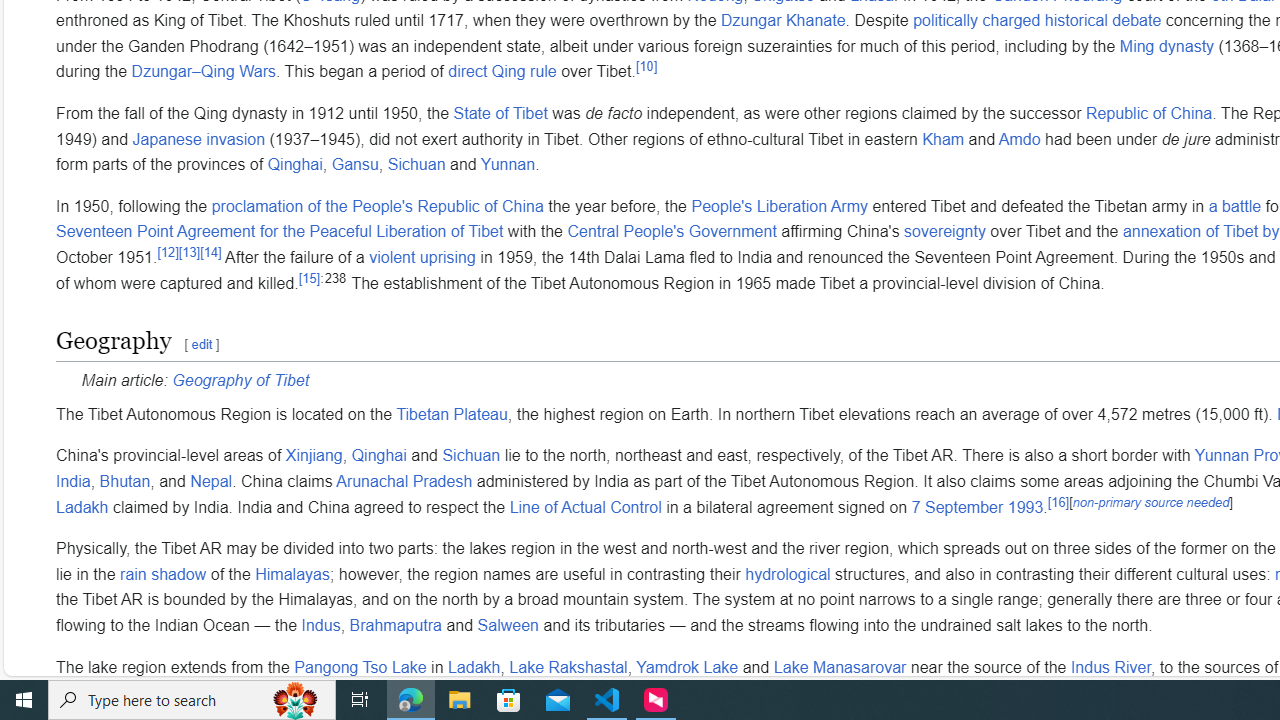  I want to click on '[10]', so click(646, 65).